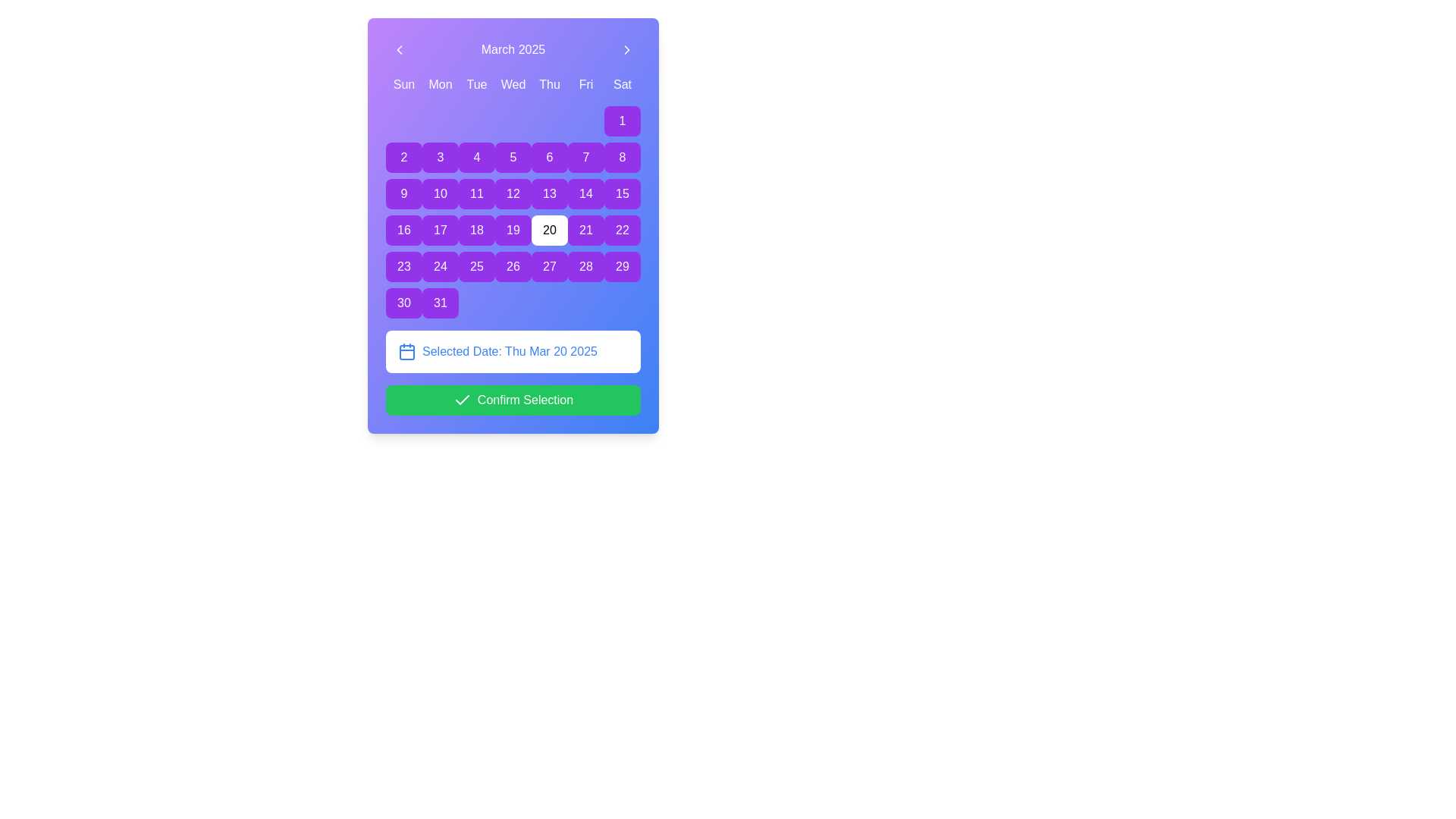 The image size is (1456, 819). What do you see at coordinates (439, 84) in the screenshot?
I see `the 'Mon' label, which is the second element in a horizontal layout of days of the week, displayed in a light purple box with white text` at bounding box center [439, 84].